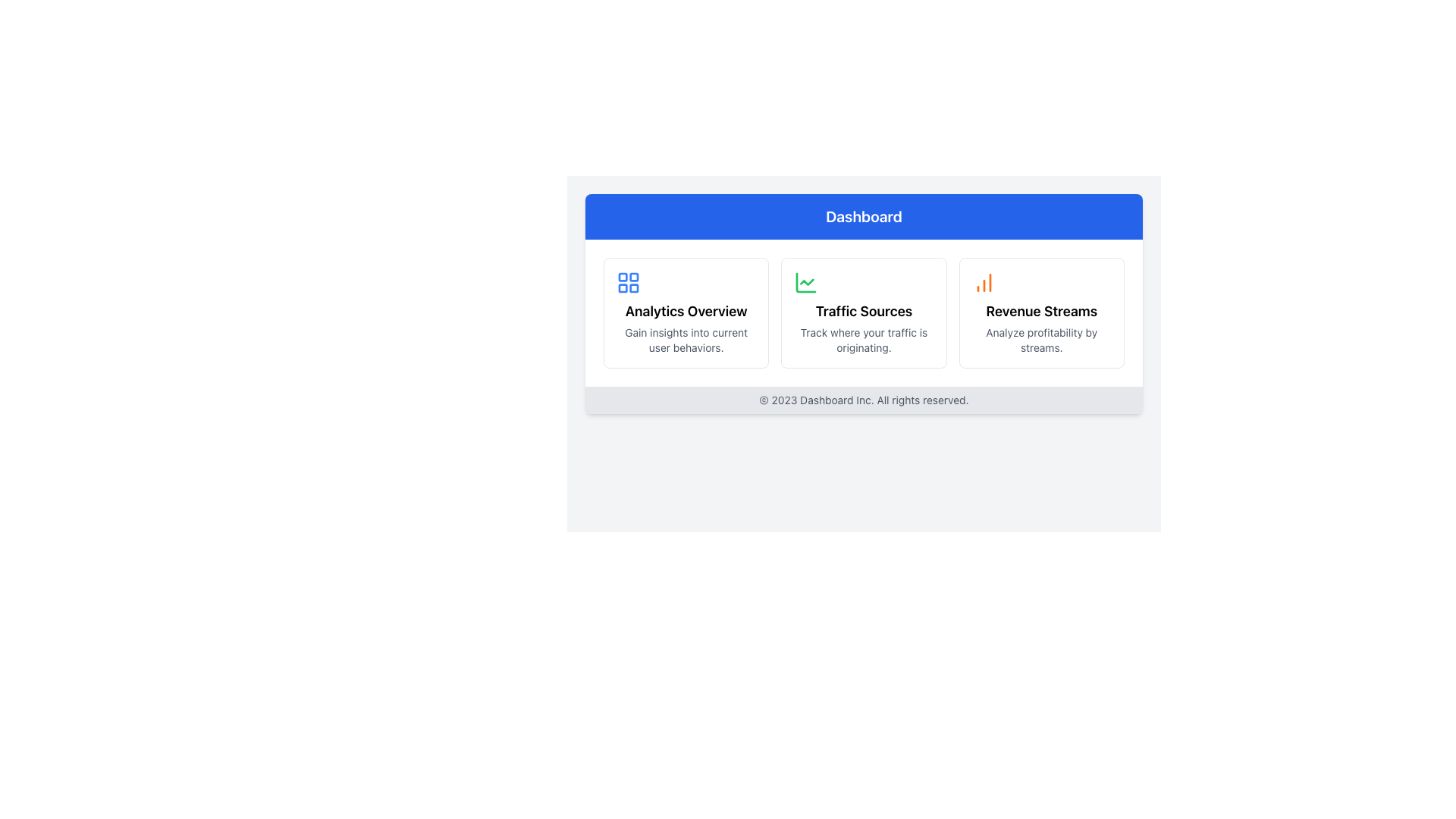  Describe the element at coordinates (1040, 339) in the screenshot. I see `descriptive text label located below the 'Revenue Streams' heading within the bordered card in the third column of the layout` at that location.